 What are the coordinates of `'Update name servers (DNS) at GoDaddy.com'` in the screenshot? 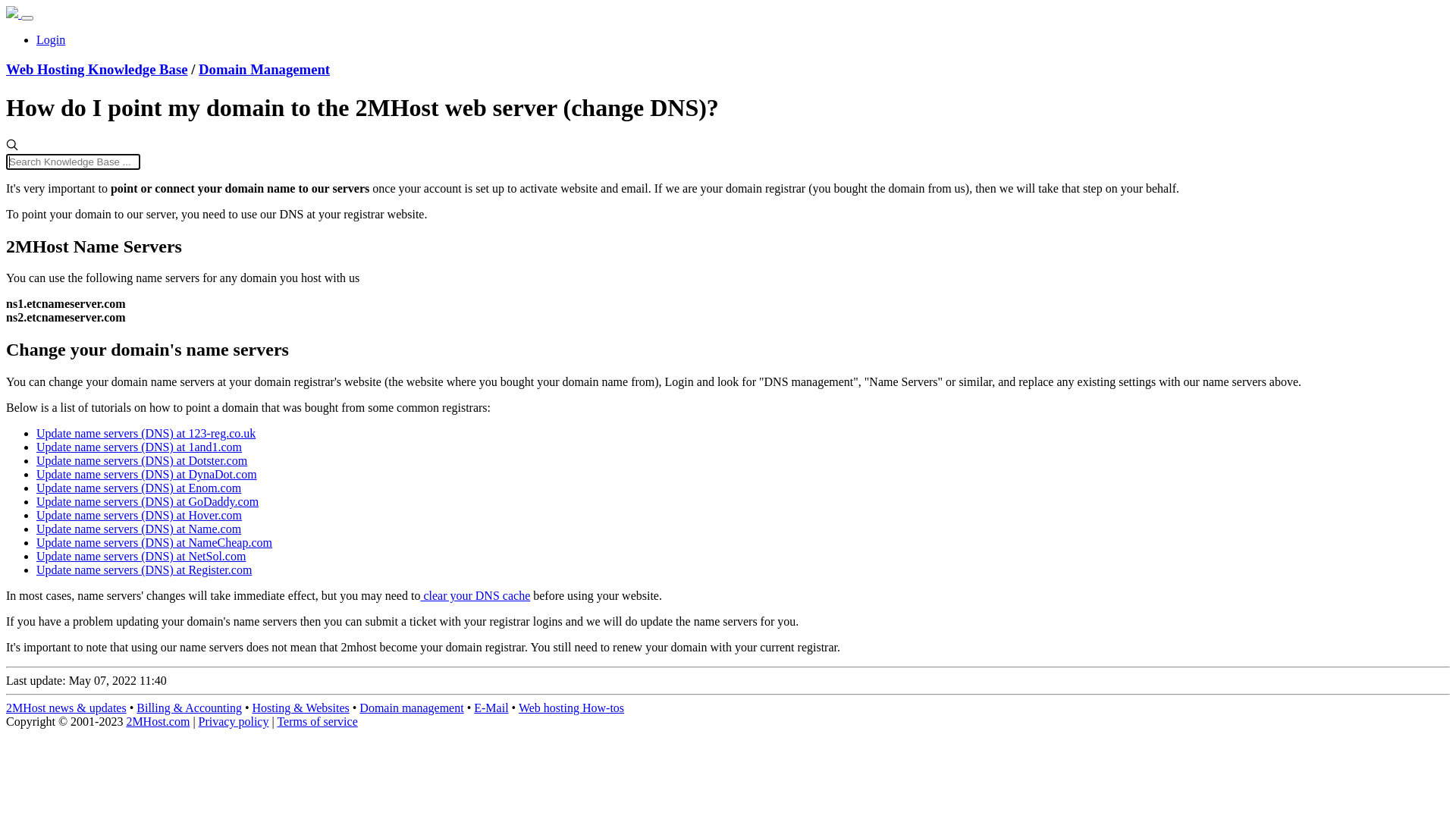 It's located at (147, 501).